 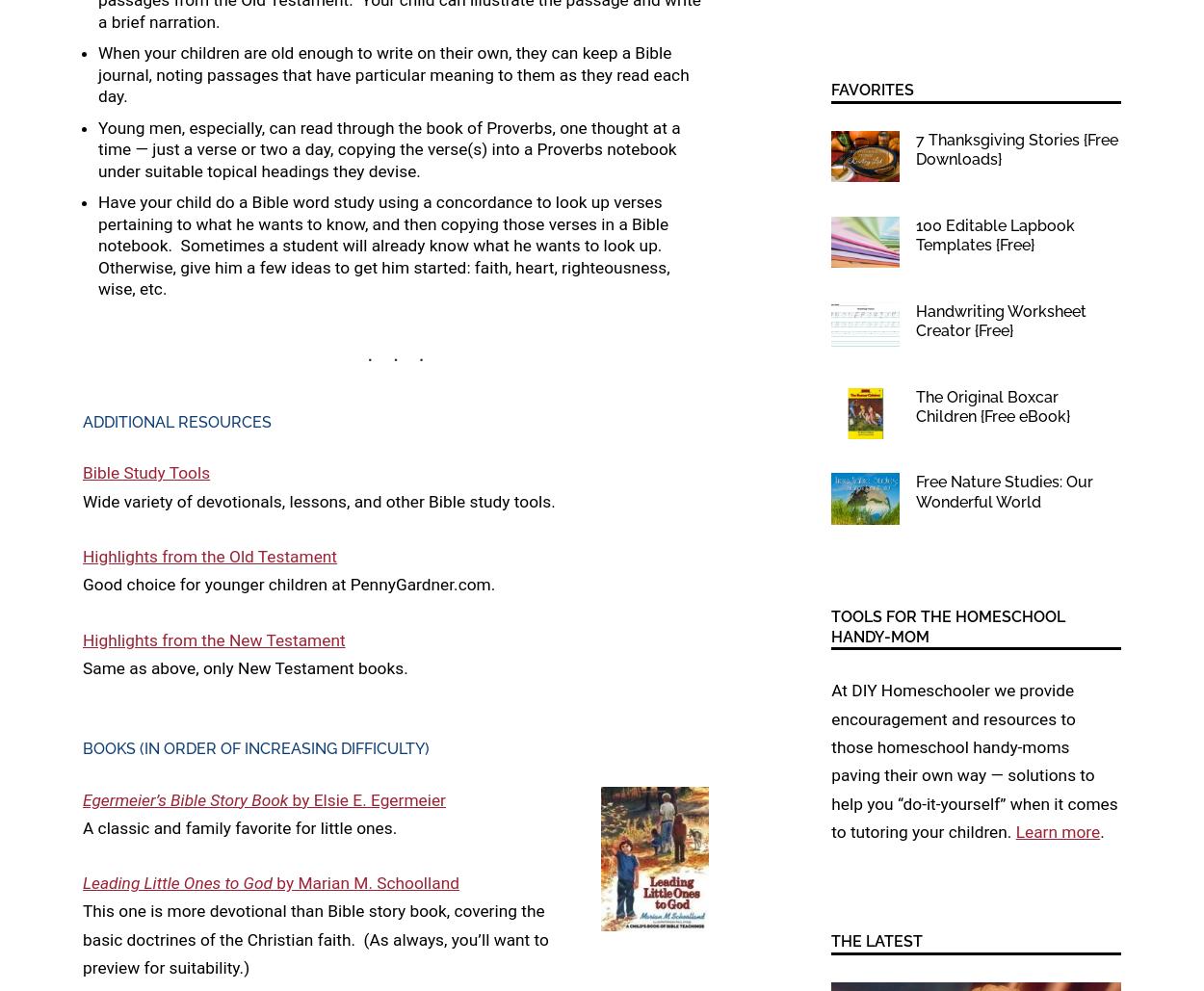 I want to click on 'Highlights from the New Testament', so click(x=213, y=639).